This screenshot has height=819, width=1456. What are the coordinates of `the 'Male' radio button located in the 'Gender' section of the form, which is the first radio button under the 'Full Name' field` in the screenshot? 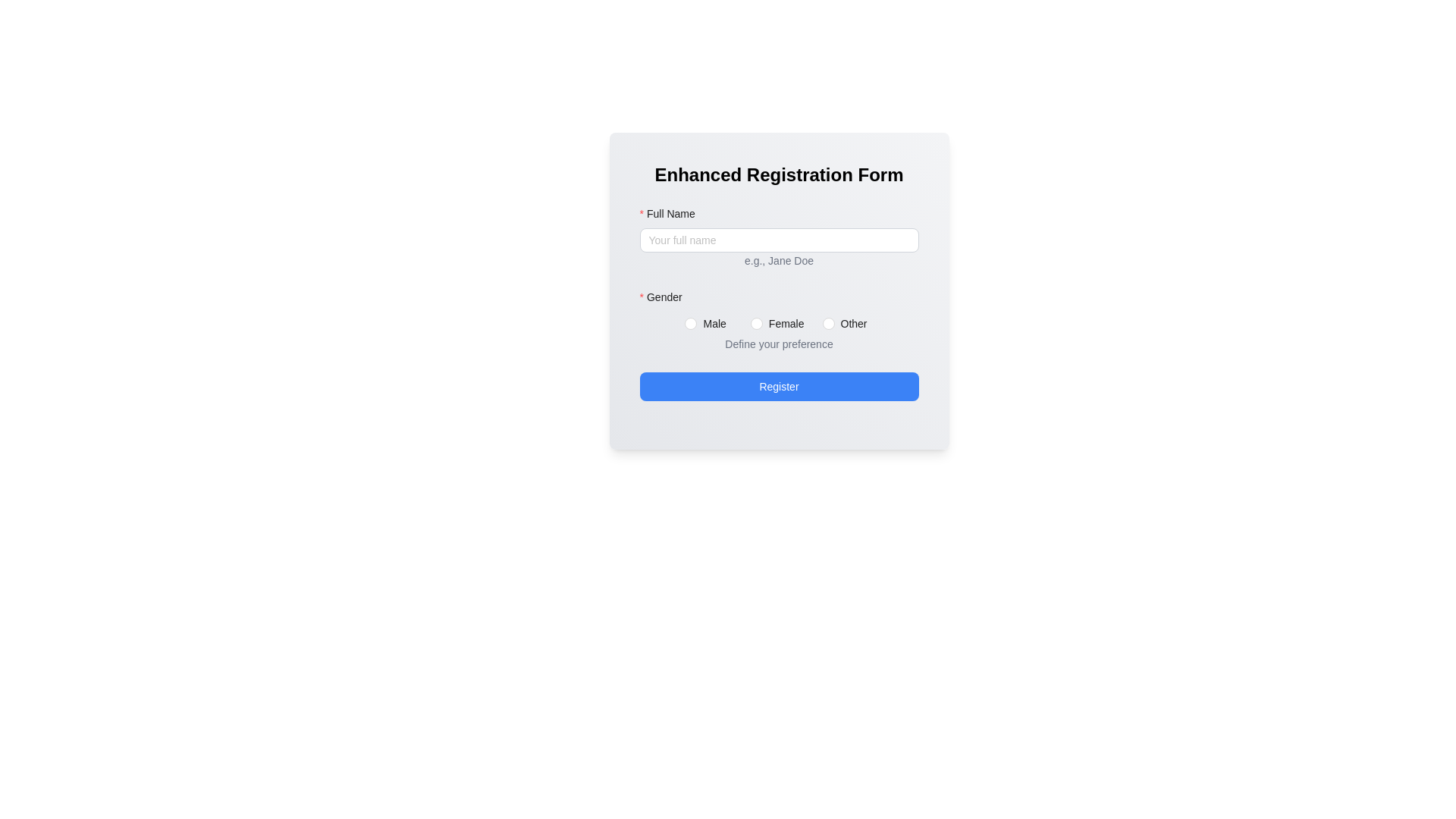 It's located at (690, 323).